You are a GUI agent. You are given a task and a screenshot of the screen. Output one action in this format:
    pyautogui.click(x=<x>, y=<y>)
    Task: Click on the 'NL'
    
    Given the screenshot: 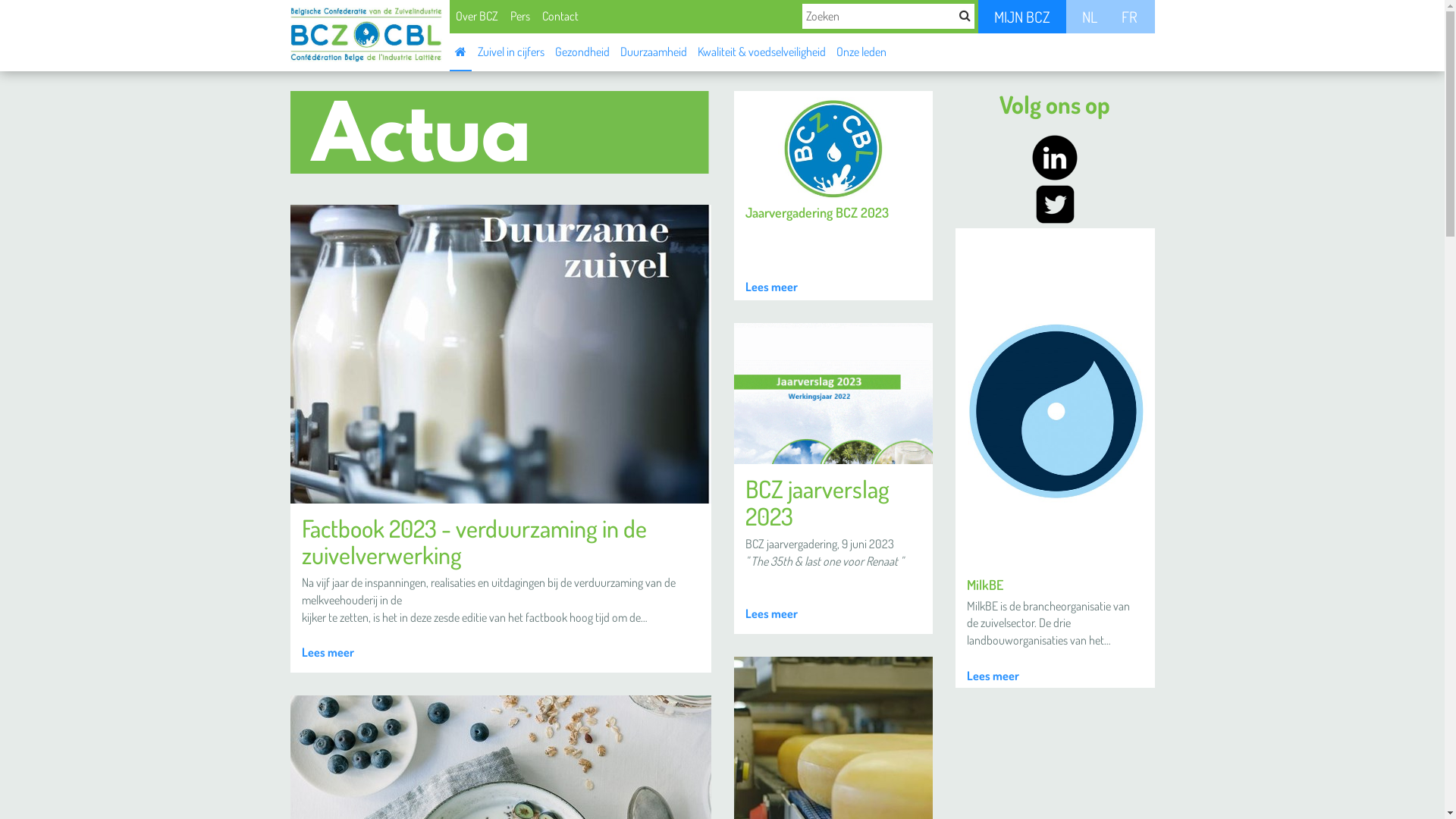 What is the action you would take?
    pyautogui.click(x=1088, y=17)
    